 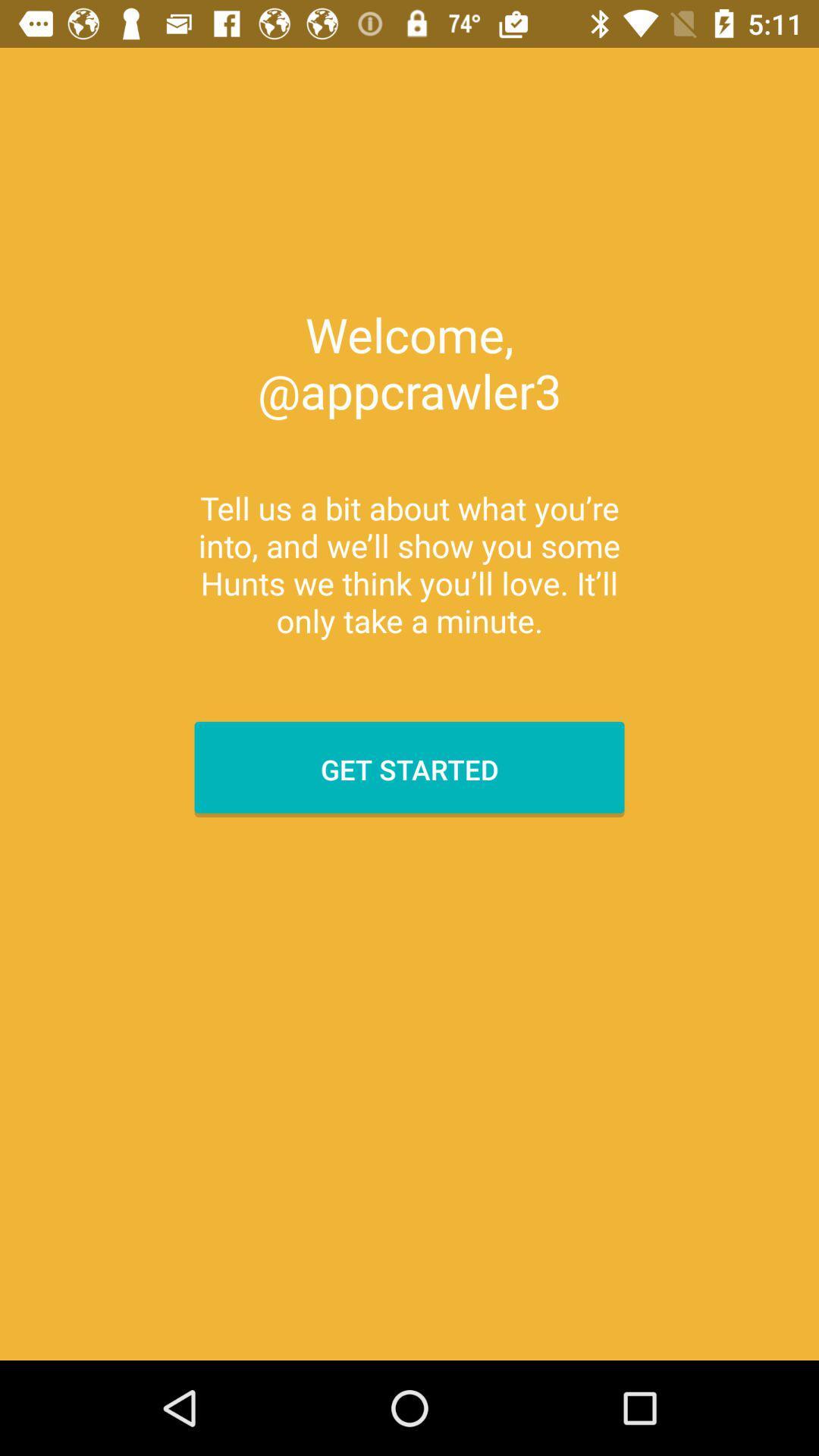 What do you see at coordinates (409, 769) in the screenshot?
I see `item below the tell us a` at bounding box center [409, 769].